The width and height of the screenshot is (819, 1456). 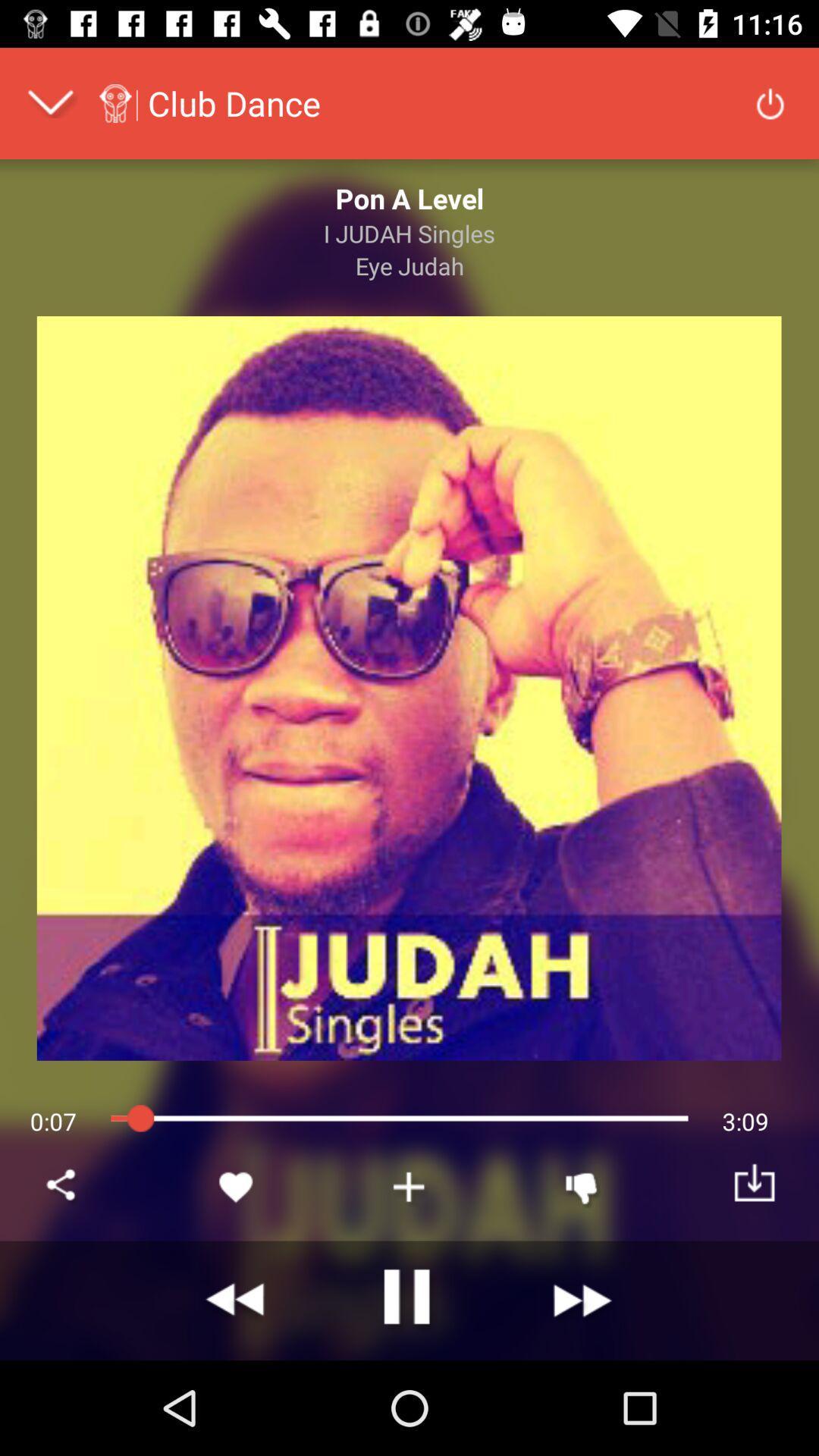 What do you see at coordinates (409, 1300) in the screenshot?
I see `switch autoplay option` at bounding box center [409, 1300].